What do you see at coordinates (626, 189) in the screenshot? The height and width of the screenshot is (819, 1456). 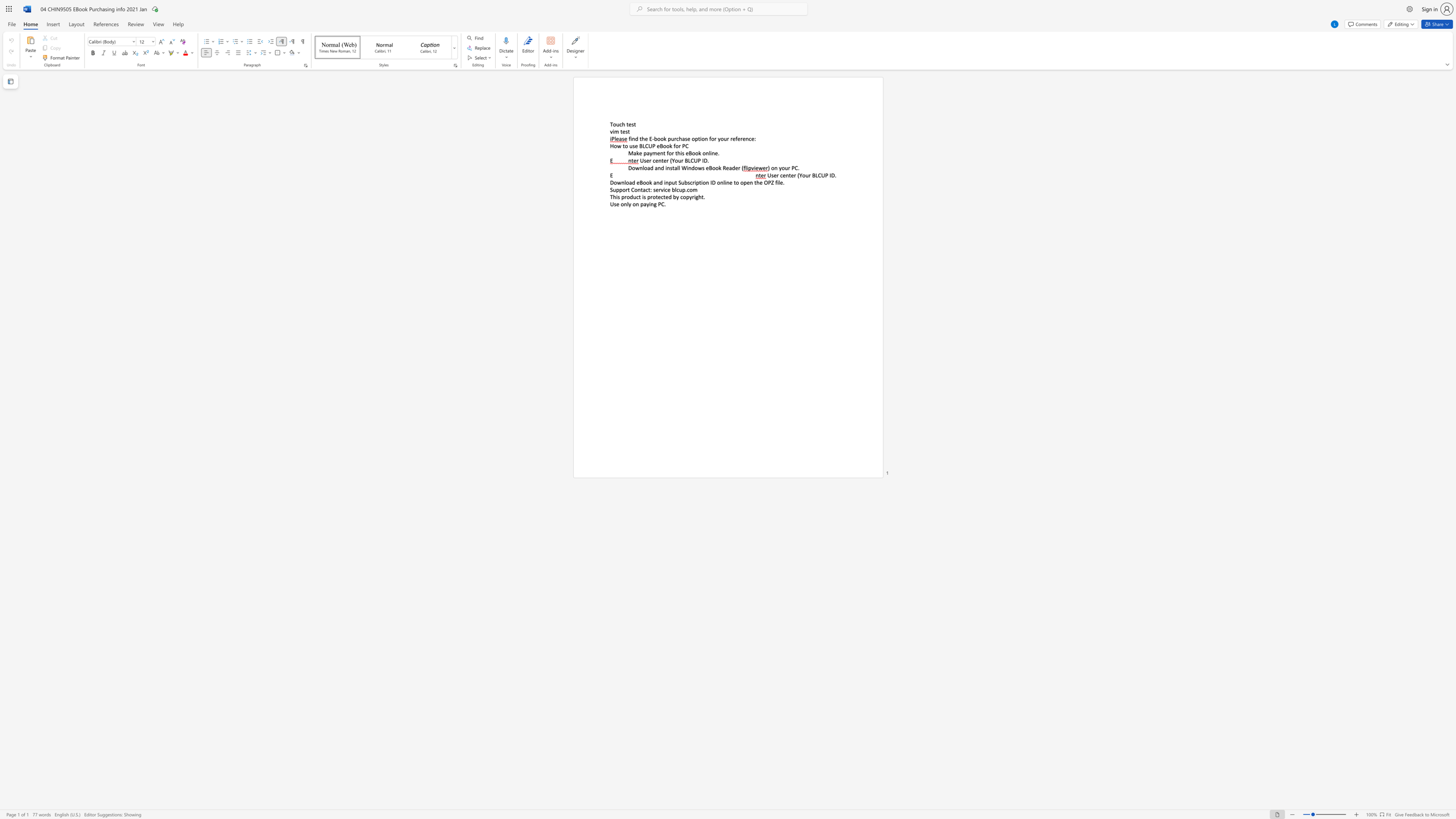 I see `the subset text "rt Cont" within the text "Support Contact: service blcup.com"` at bounding box center [626, 189].